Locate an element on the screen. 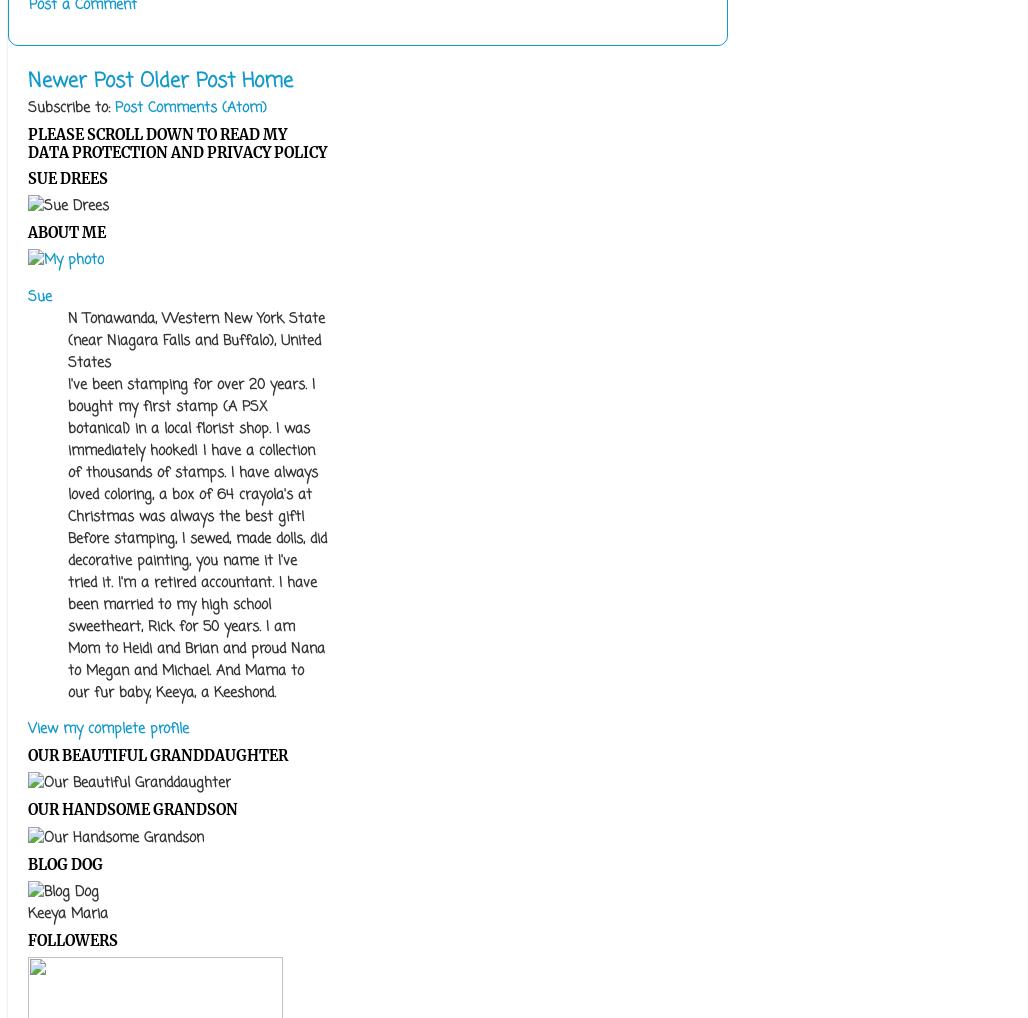  'Our Handsome Grandson' is located at coordinates (133, 810).